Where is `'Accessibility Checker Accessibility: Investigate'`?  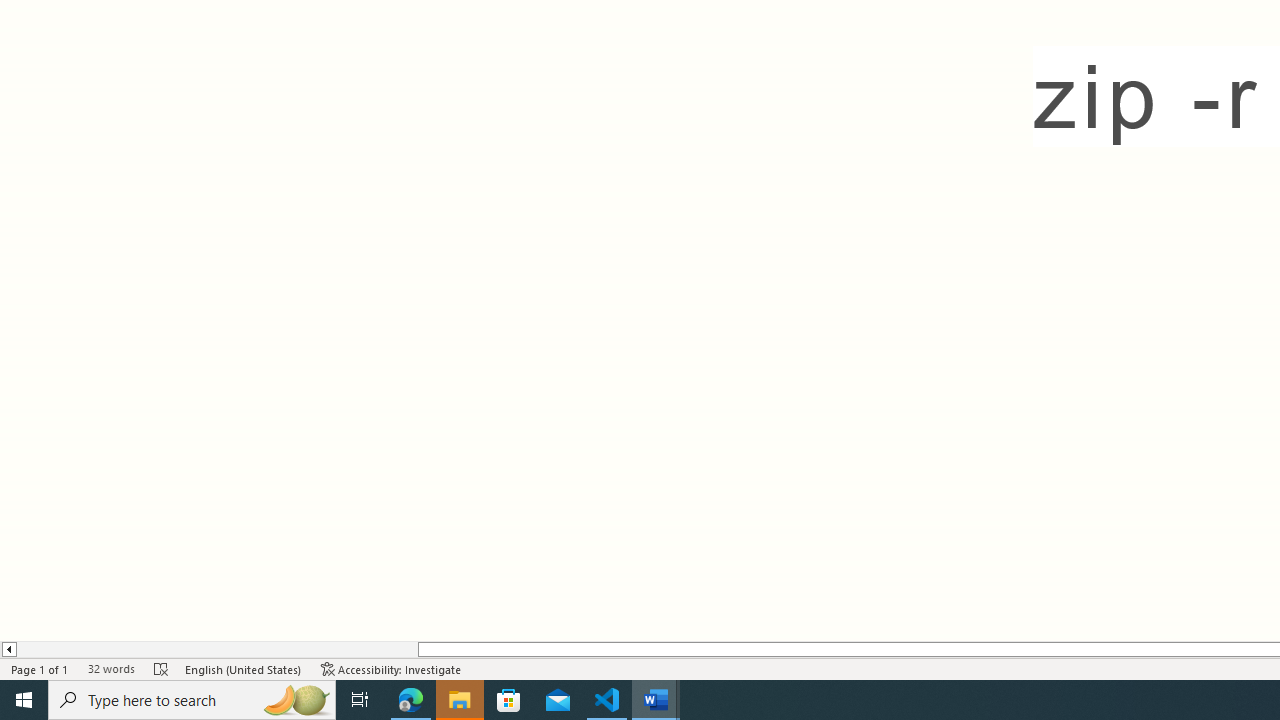 'Accessibility Checker Accessibility: Investigate' is located at coordinates (391, 669).